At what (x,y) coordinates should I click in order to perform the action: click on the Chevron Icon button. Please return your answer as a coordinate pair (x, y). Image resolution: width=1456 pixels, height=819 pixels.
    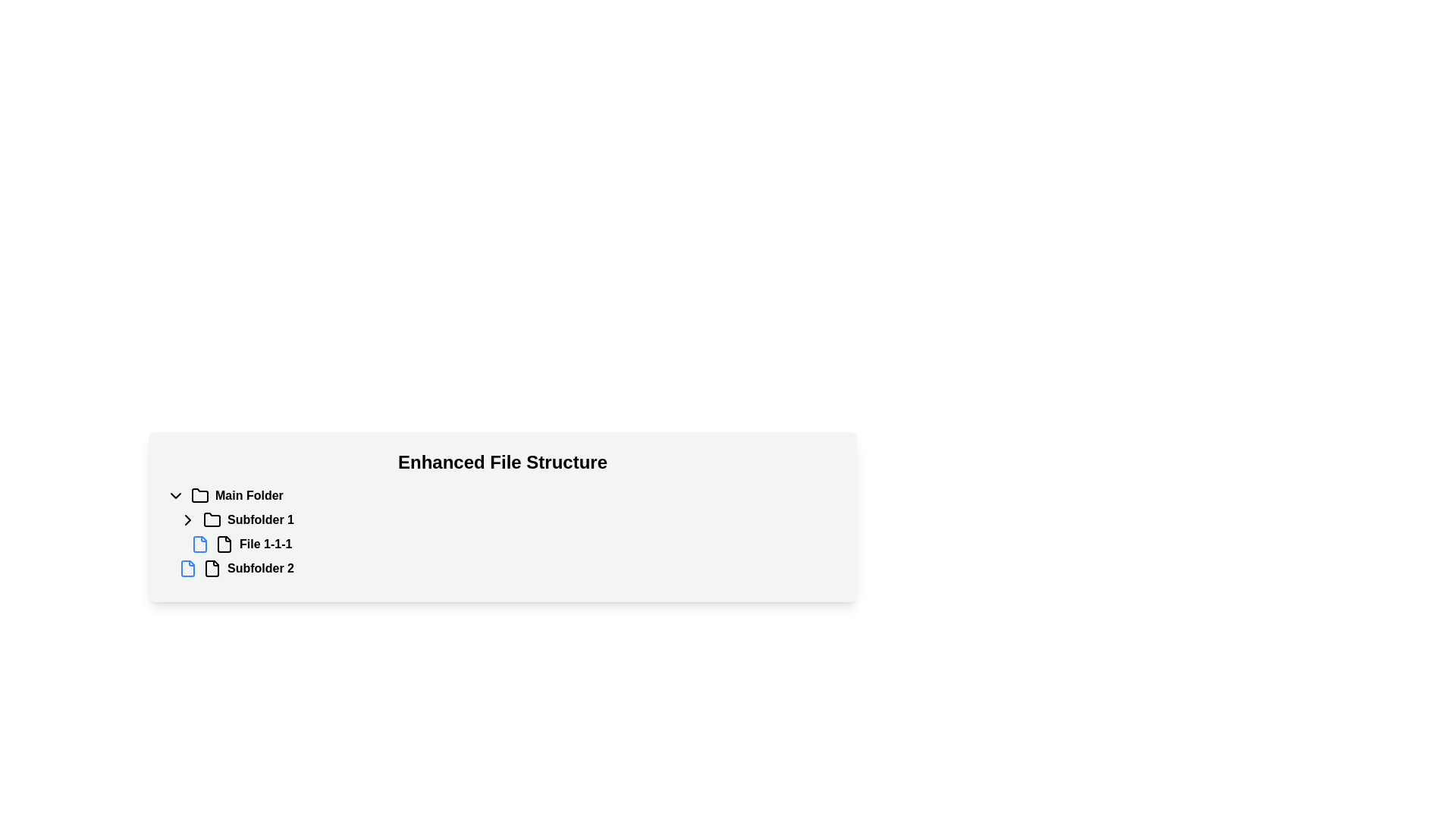
    Looking at the image, I should click on (187, 519).